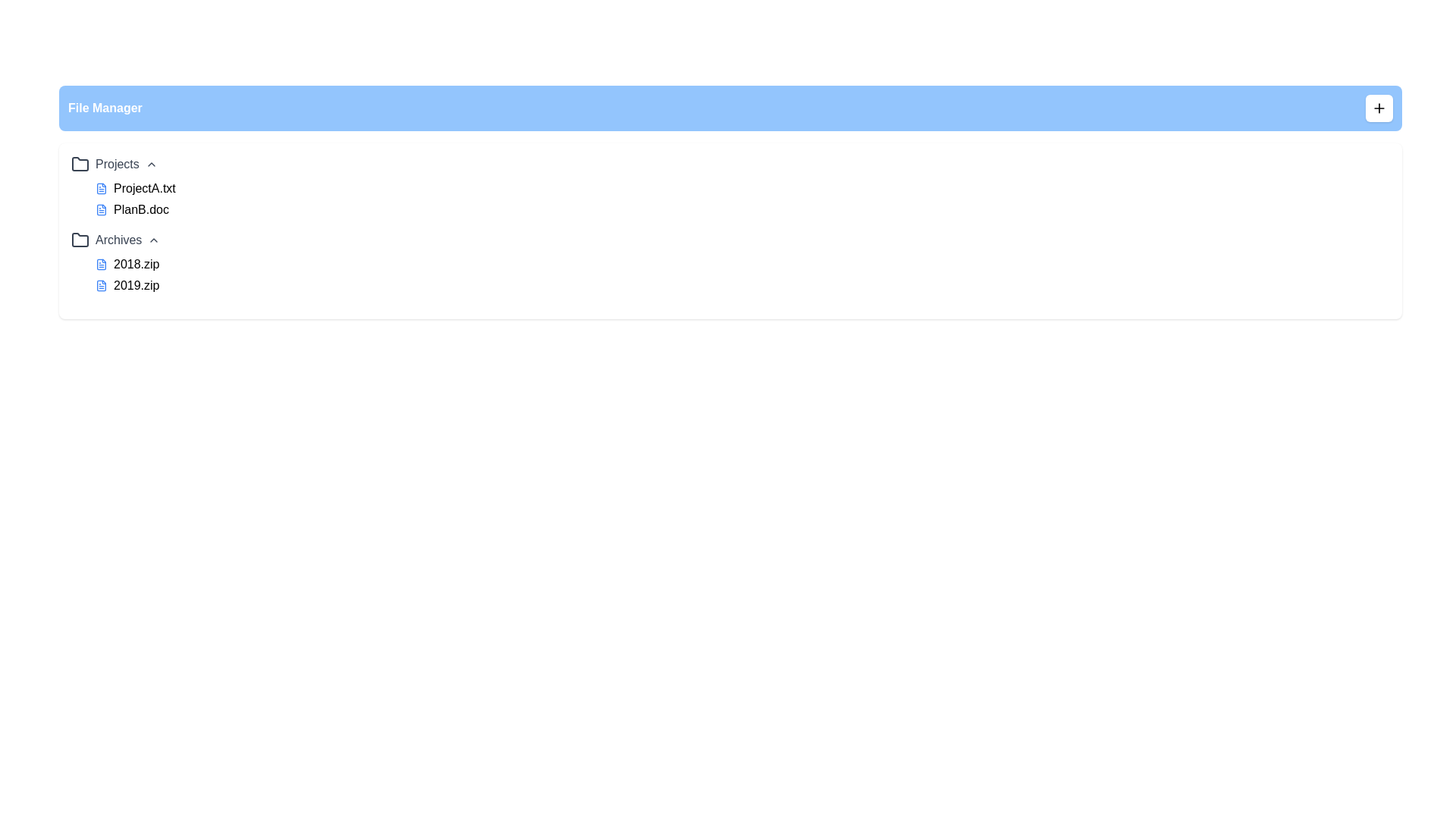 This screenshot has height=819, width=1456. What do you see at coordinates (79, 239) in the screenshot?
I see `the folder icon located next to the 'Archives' folder label in the left-side list of directories and files within the File Manager` at bounding box center [79, 239].